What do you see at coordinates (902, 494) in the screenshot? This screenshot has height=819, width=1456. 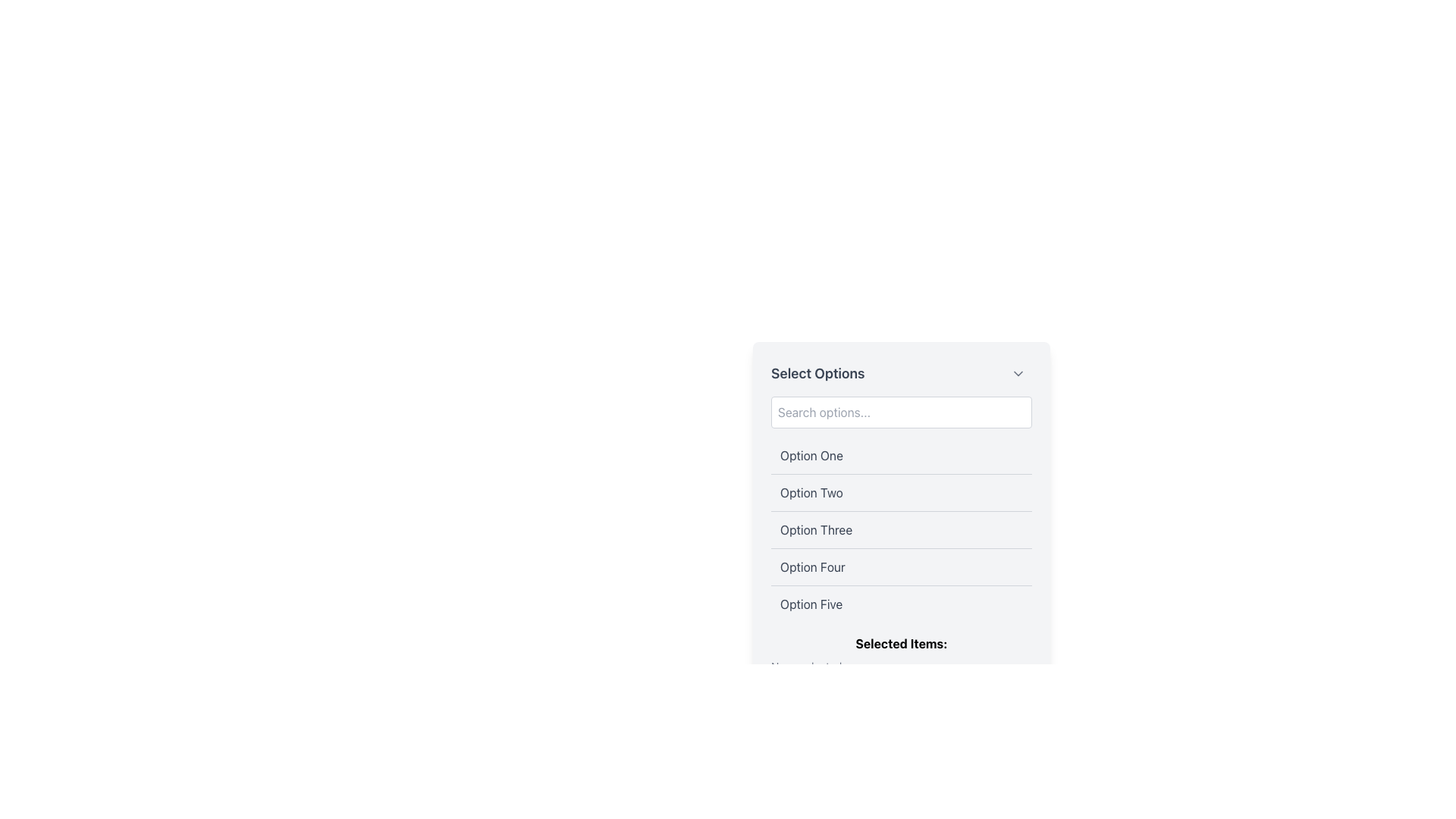 I see `the selectable dropdown menu item labeled 'Option Two'` at bounding box center [902, 494].